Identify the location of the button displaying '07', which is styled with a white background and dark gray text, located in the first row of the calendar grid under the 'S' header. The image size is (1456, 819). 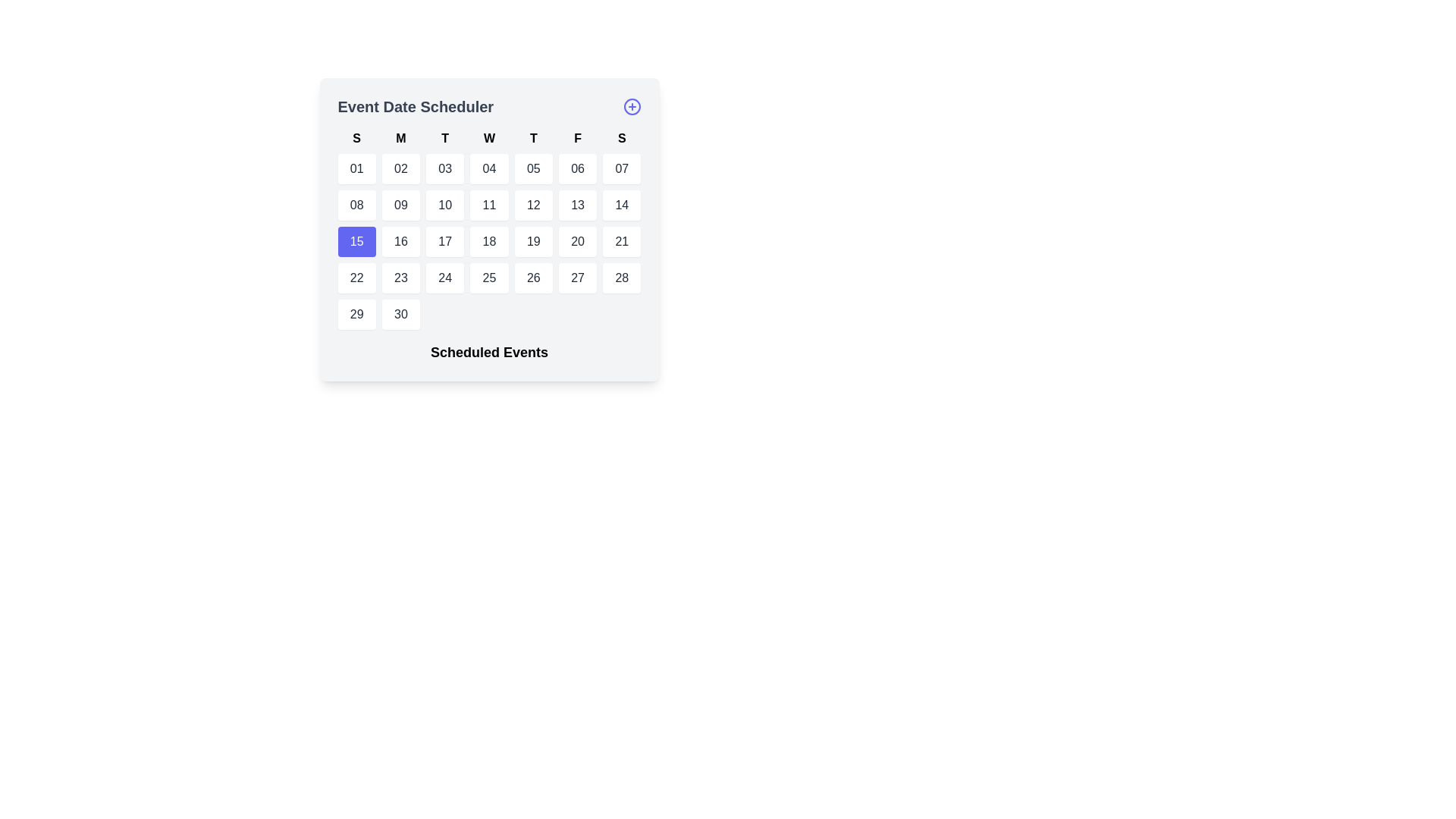
(622, 169).